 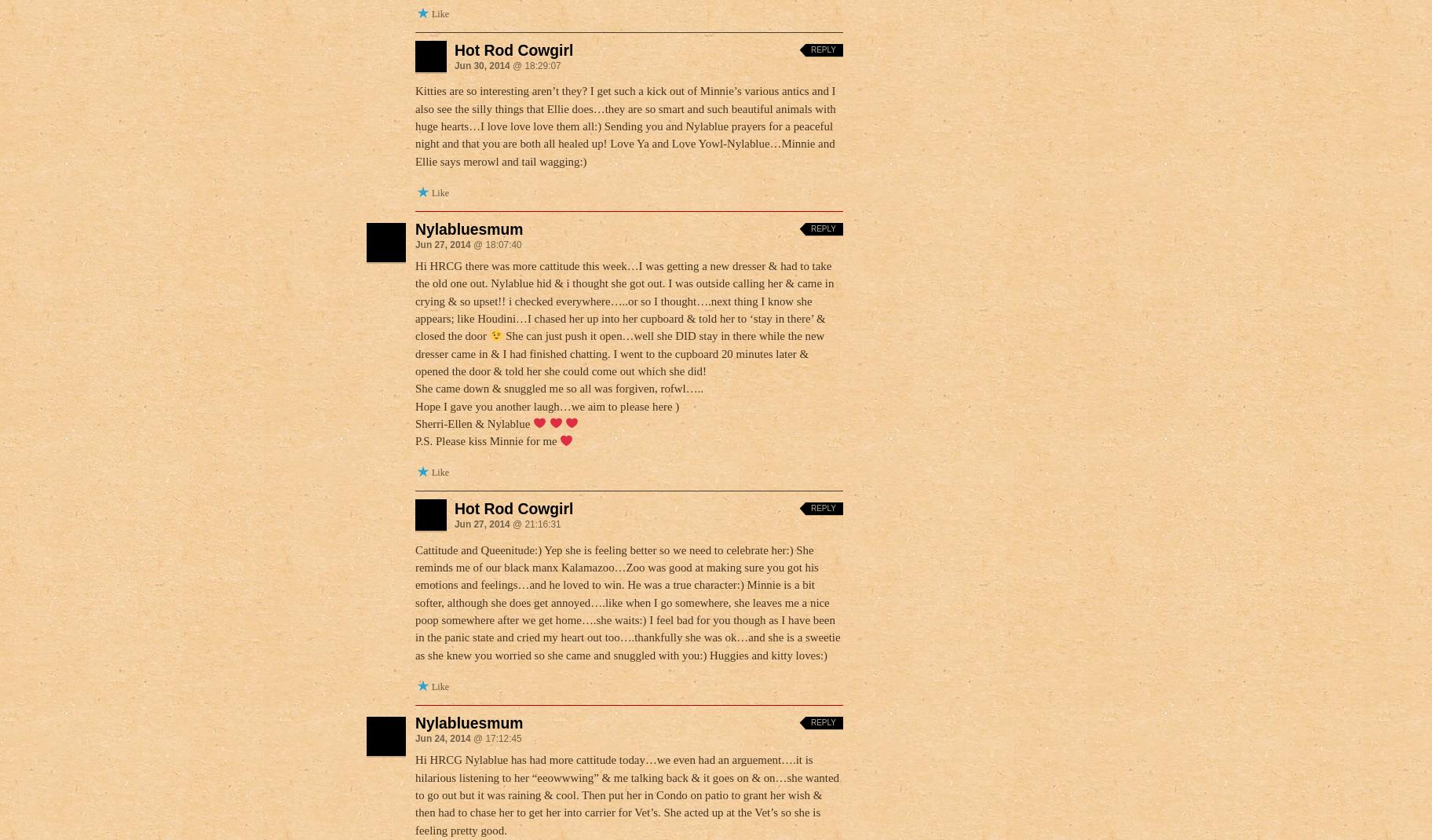 I want to click on 'Hi HRCG there was more cattitude this week…I was getting a new dresser & had to take the old one out. Nylablue hid & i thought she got out. I was outside calling her & came in crying & so upset!! i checked everywhere…..or so I thought….next thing I know she appears; like Houdini…I chased her up into her cupboard & told her to ‘stay in there’ & closed the door', so click(x=624, y=300).